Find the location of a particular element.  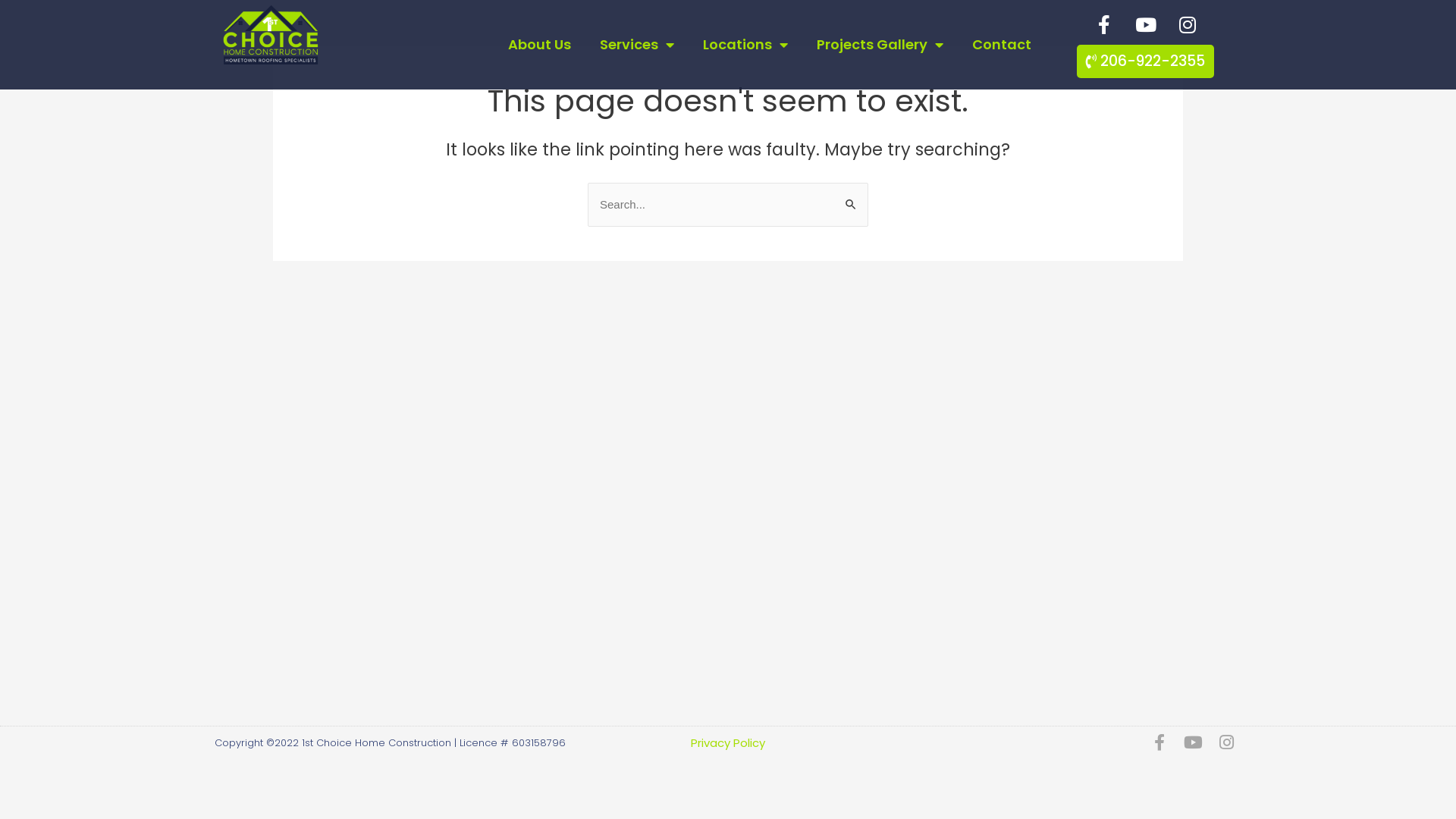

'Youtube' is located at coordinates (1146, 24).